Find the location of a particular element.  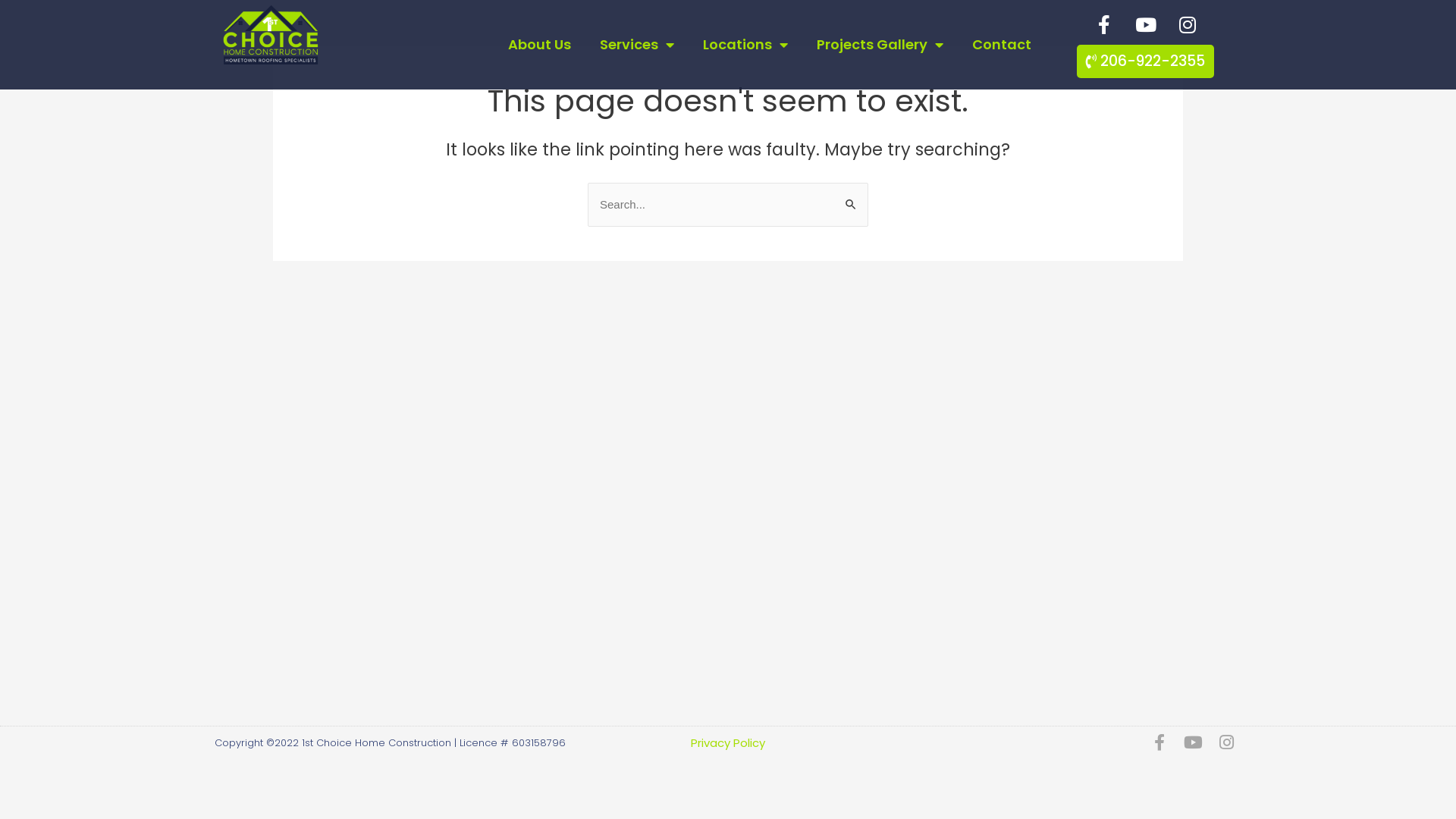

'Youtube' is located at coordinates (1146, 24).